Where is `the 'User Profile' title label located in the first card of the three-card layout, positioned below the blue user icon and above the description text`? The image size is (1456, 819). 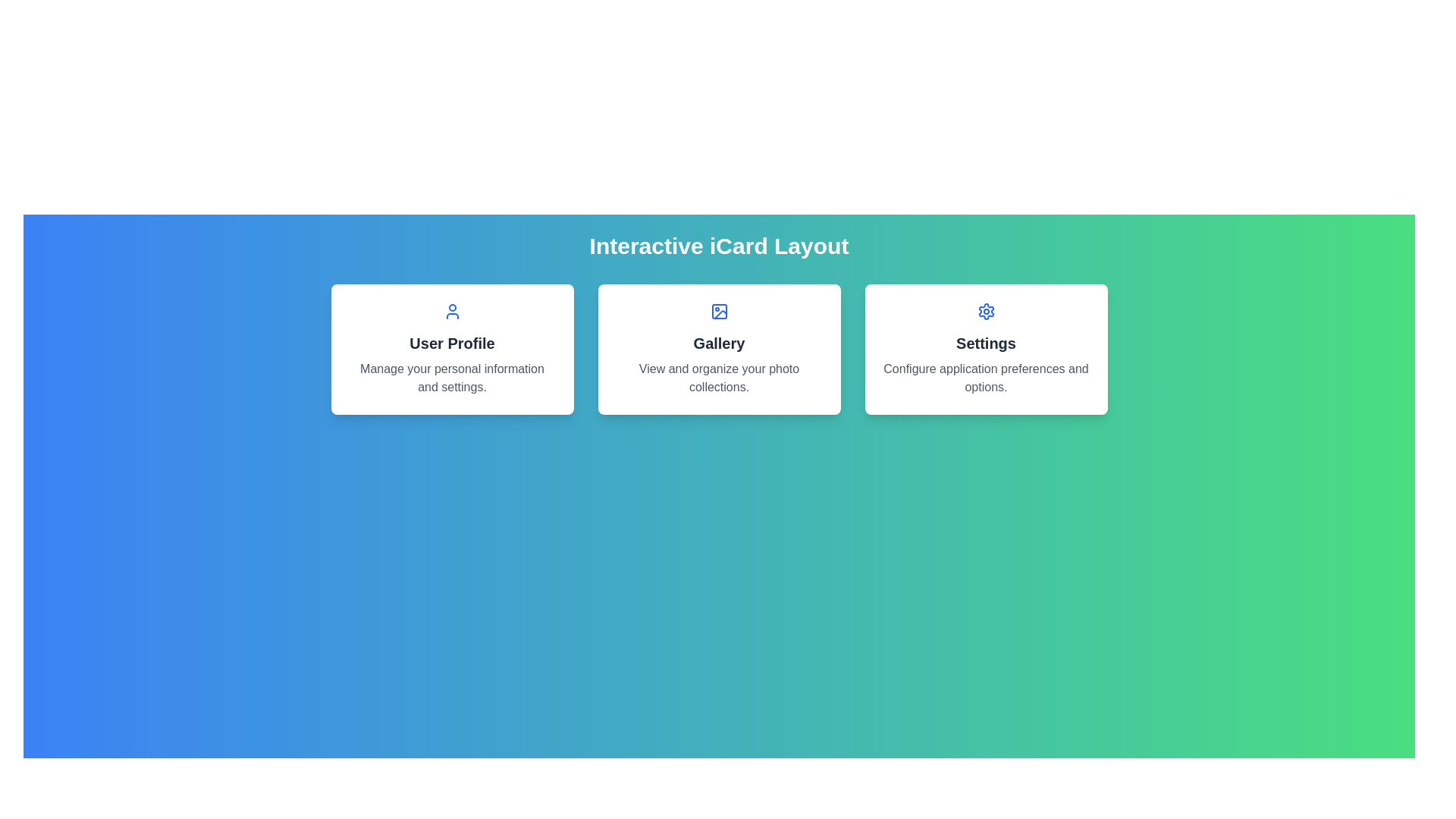 the 'User Profile' title label located in the first card of the three-card layout, positioned below the blue user icon and above the description text is located at coordinates (451, 343).